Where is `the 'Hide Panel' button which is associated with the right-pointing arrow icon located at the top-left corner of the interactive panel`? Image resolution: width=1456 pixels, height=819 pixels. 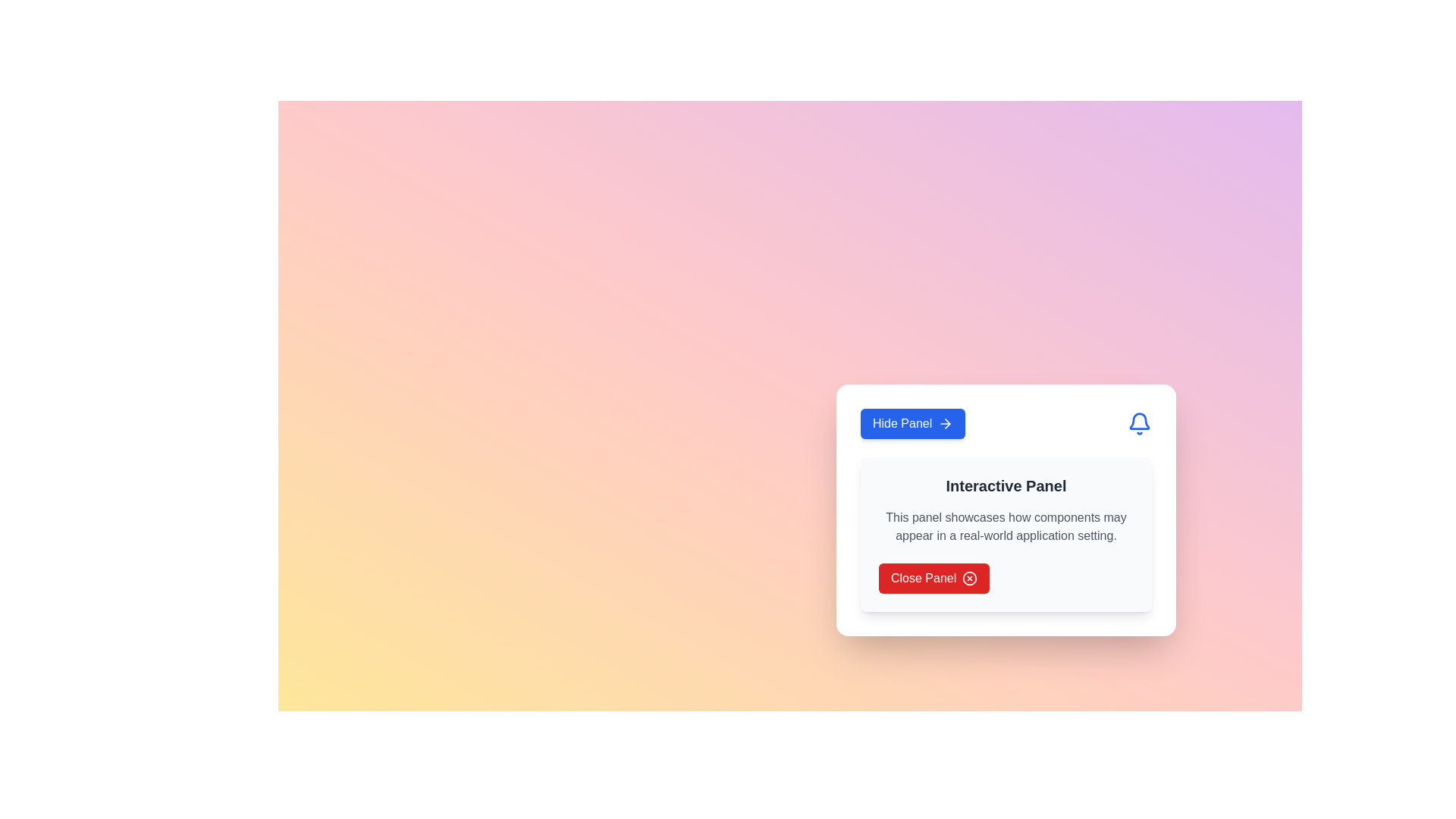 the 'Hide Panel' button which is associated with the right-pointing arrow icon located at the top-left corner of the interactive panel is located at coordinates (945, 424).